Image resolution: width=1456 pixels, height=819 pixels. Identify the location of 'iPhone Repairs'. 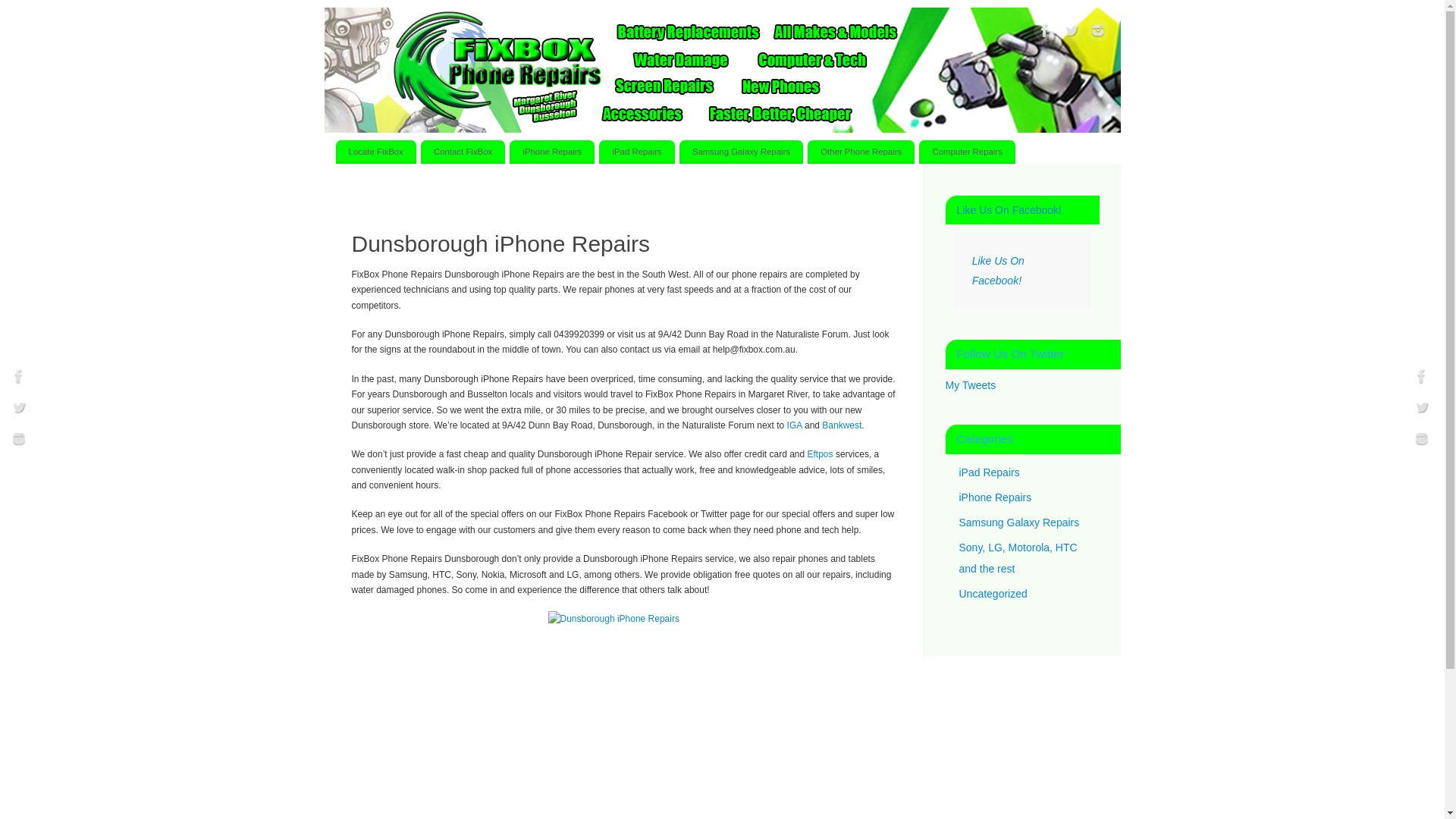
(551, 152).